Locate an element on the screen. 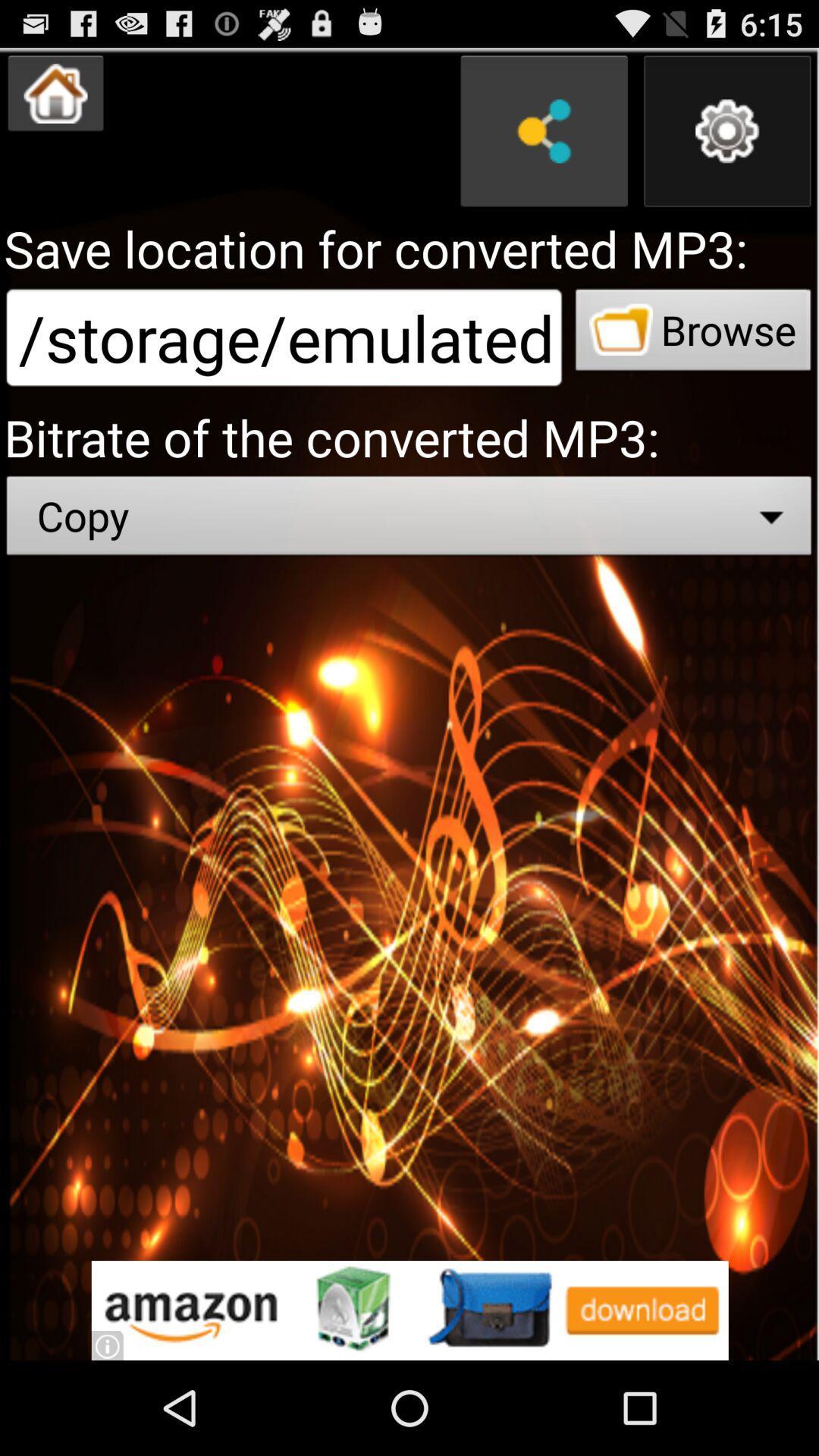 The width and height of the screenshot is (819, 1456). the home icon is located at coordinates (55, 99).